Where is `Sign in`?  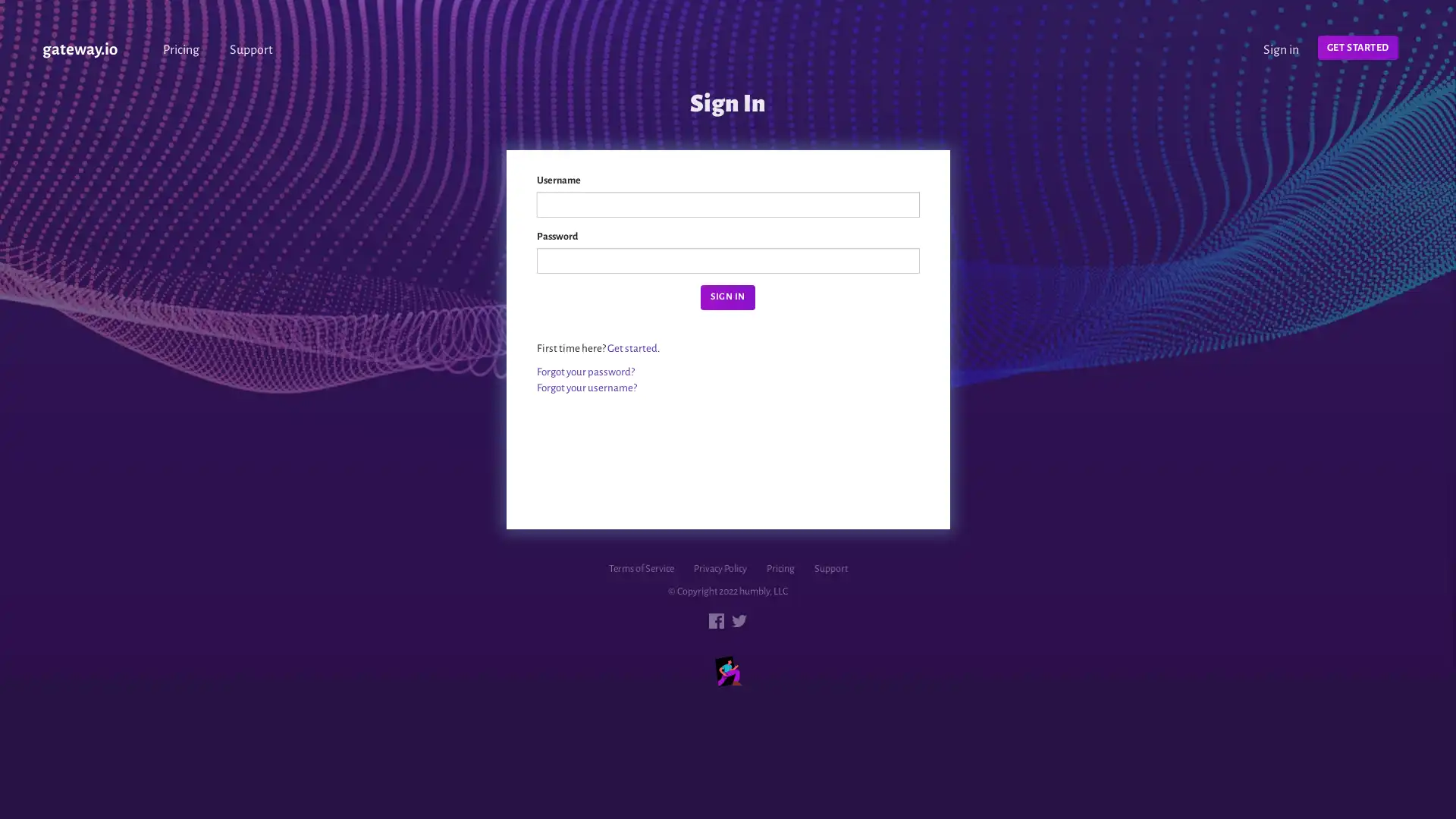
Sign in is located at coordinates (726, 297).